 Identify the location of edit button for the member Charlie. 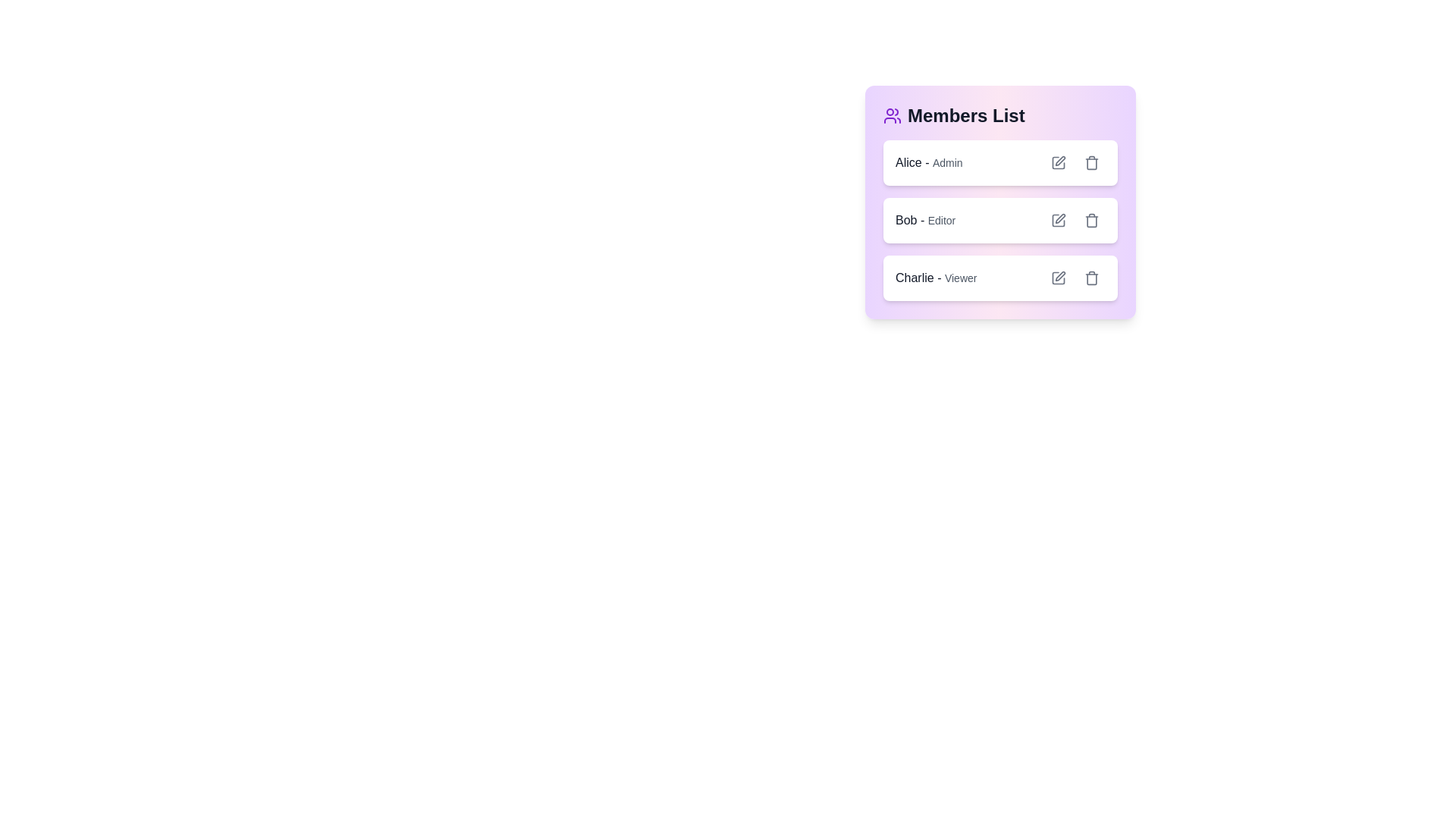
(1058, 278).